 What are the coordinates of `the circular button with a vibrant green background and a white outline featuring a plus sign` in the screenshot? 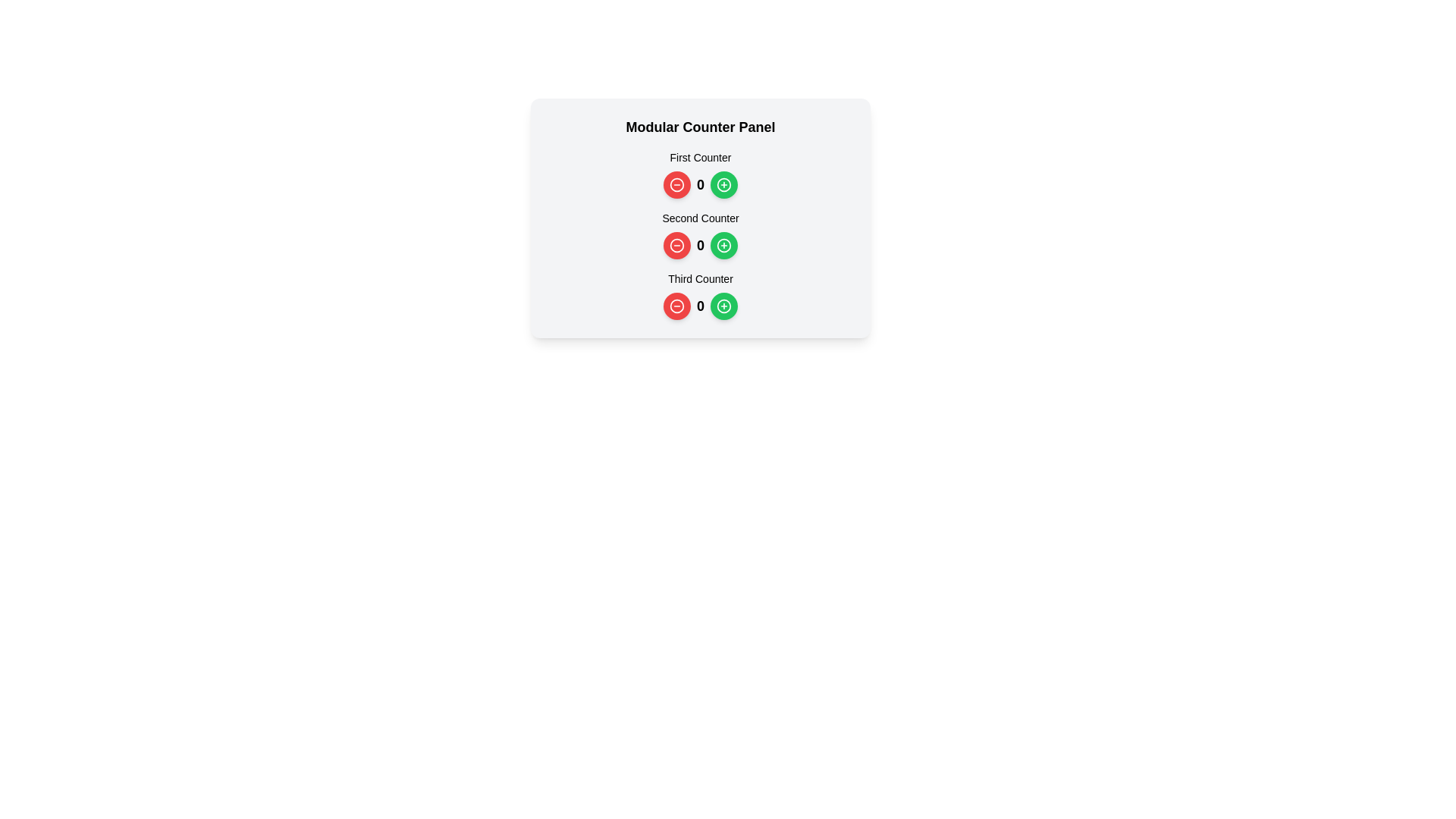 It's located at (723, 245).